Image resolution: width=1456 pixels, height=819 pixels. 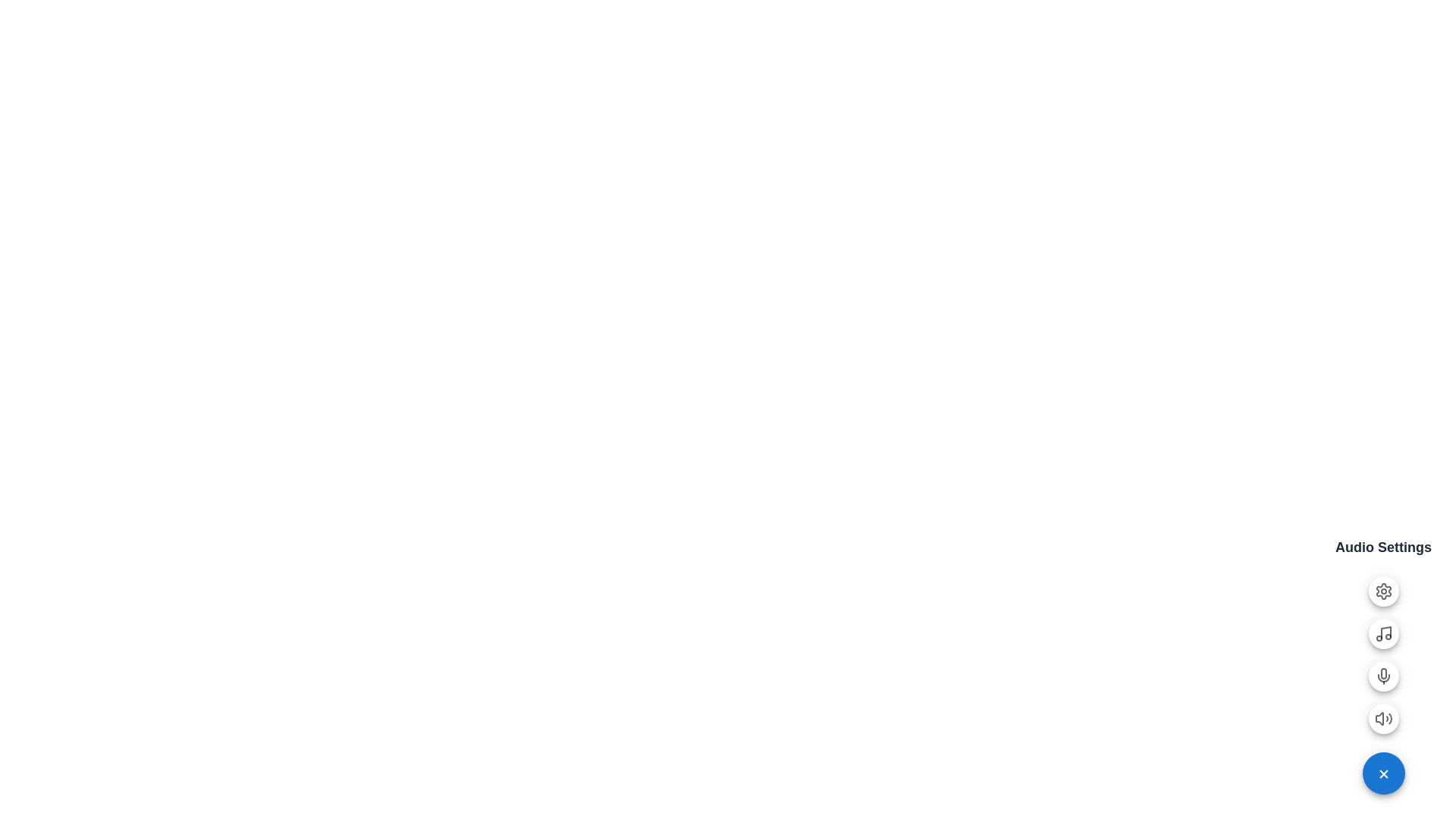 What do you see at coordinates (1383, 634) in the screenshot?
I see `the 'Music Equalizer: Edit Audio' button located in the vertical menu on the right side of the interface, which is the third button from the top` at bounding box center [1383, 634].